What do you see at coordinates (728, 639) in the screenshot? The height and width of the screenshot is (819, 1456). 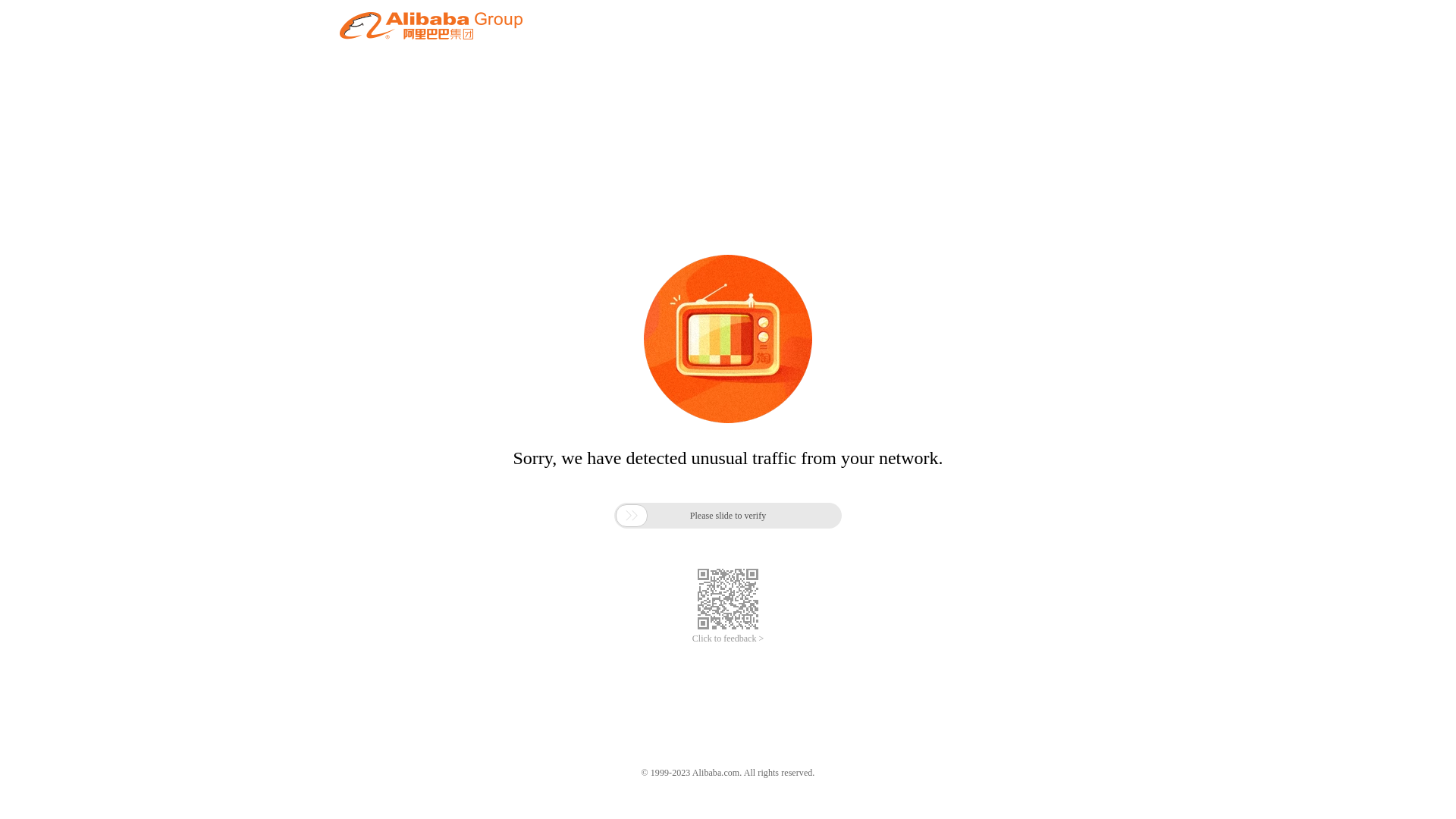 I see `'Click to feedback >'` at bounding box center [728, 639].